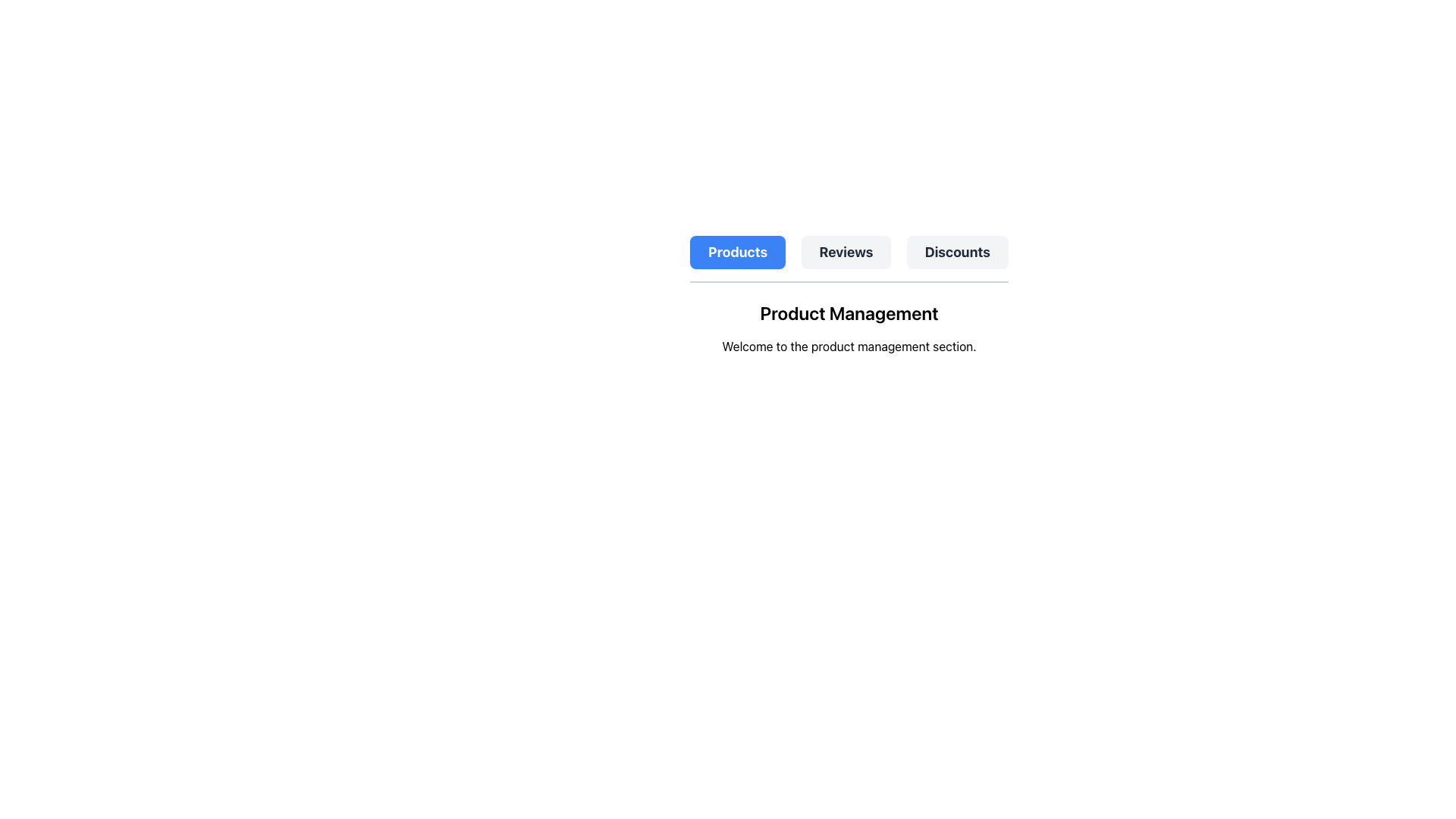 The image size is (1456, 819). What do you see at coordinates (956, 251) in the screenshot?
I see `the third button from the left in the horizontal list, which navigates to the 'Discounts' section` at bounding box center [956, 251].